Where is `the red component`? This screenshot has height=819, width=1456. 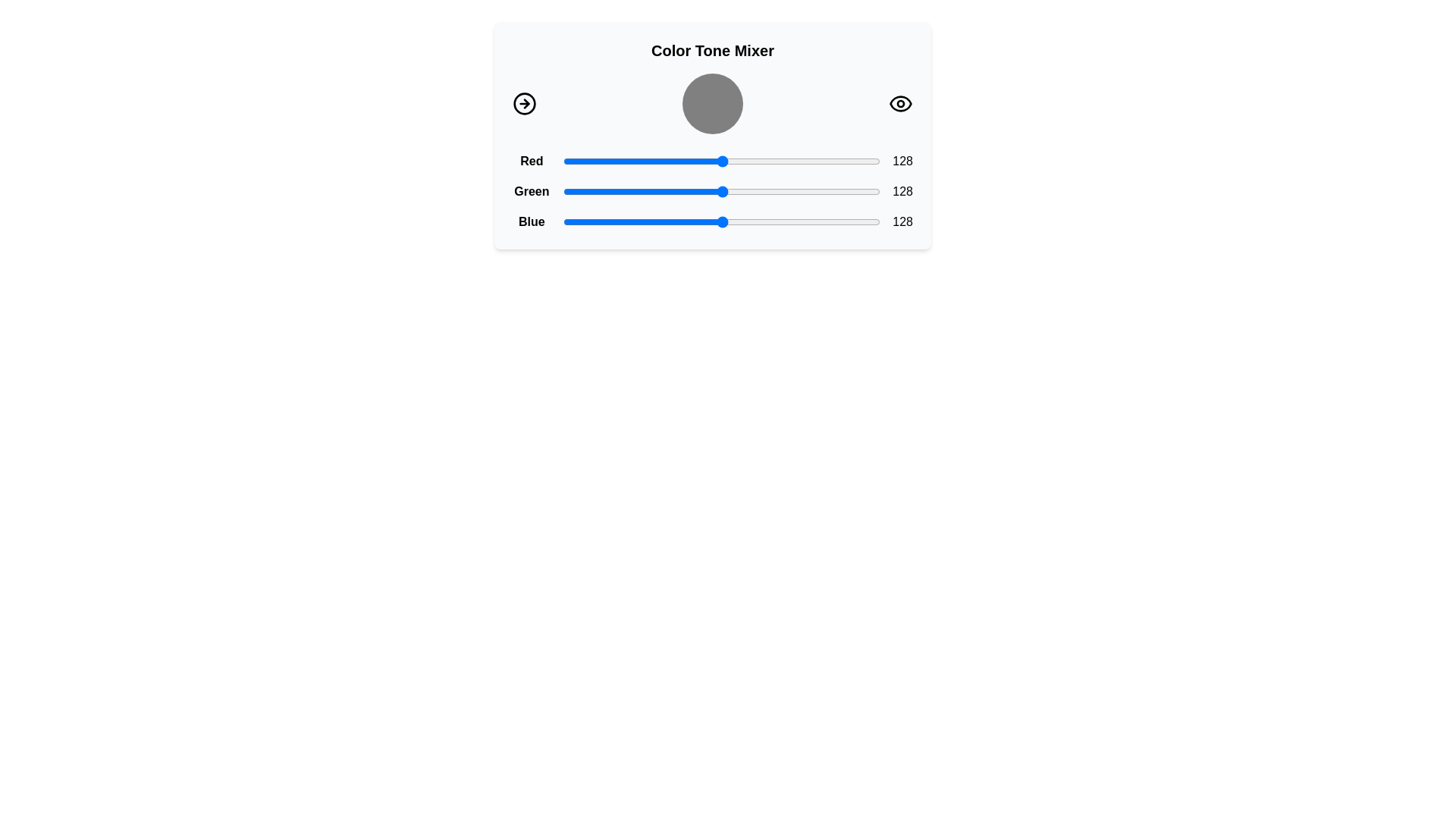
the red component is located at coordinates (767, 161).